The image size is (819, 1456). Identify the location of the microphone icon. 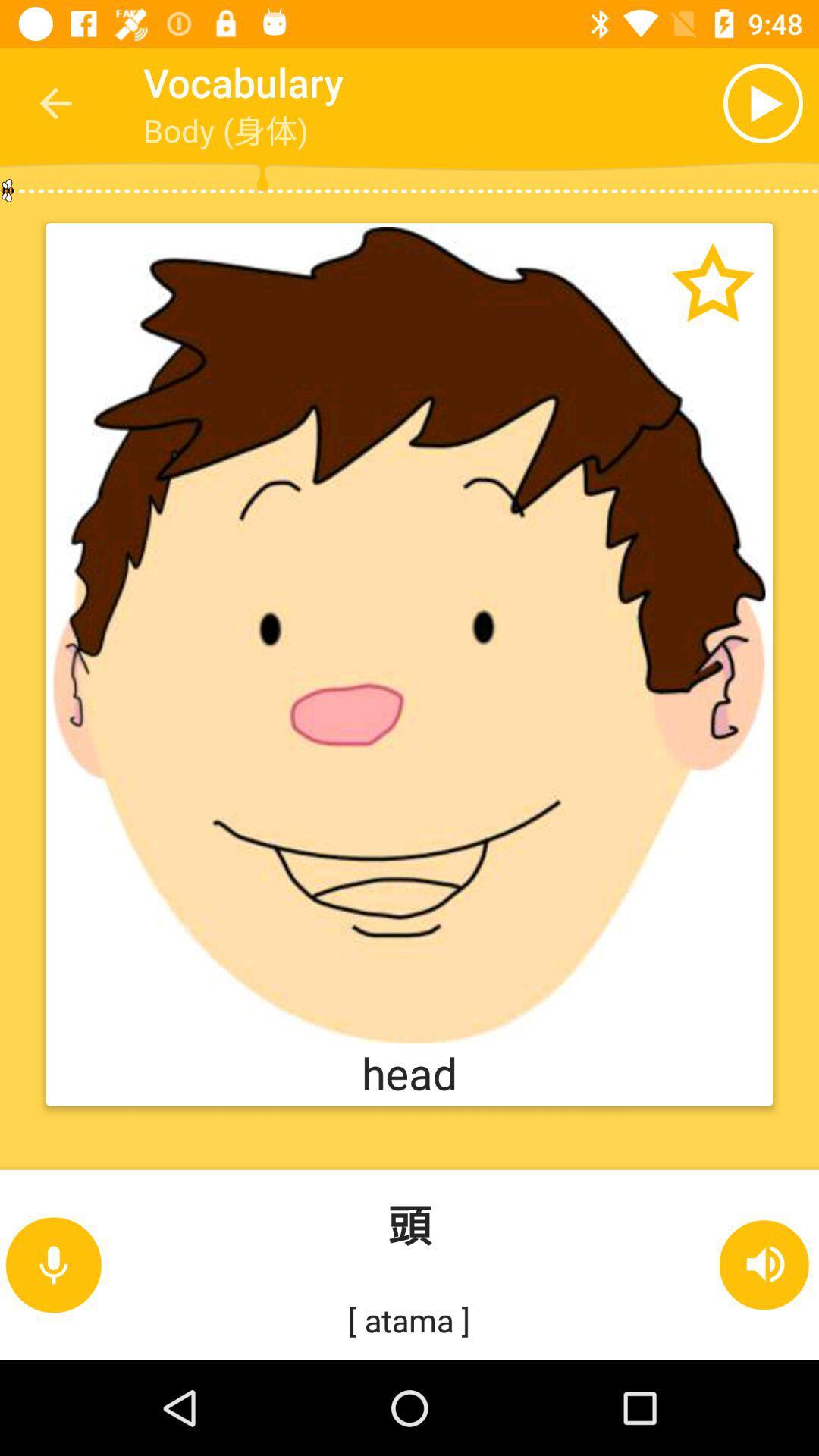
(52, 1265).